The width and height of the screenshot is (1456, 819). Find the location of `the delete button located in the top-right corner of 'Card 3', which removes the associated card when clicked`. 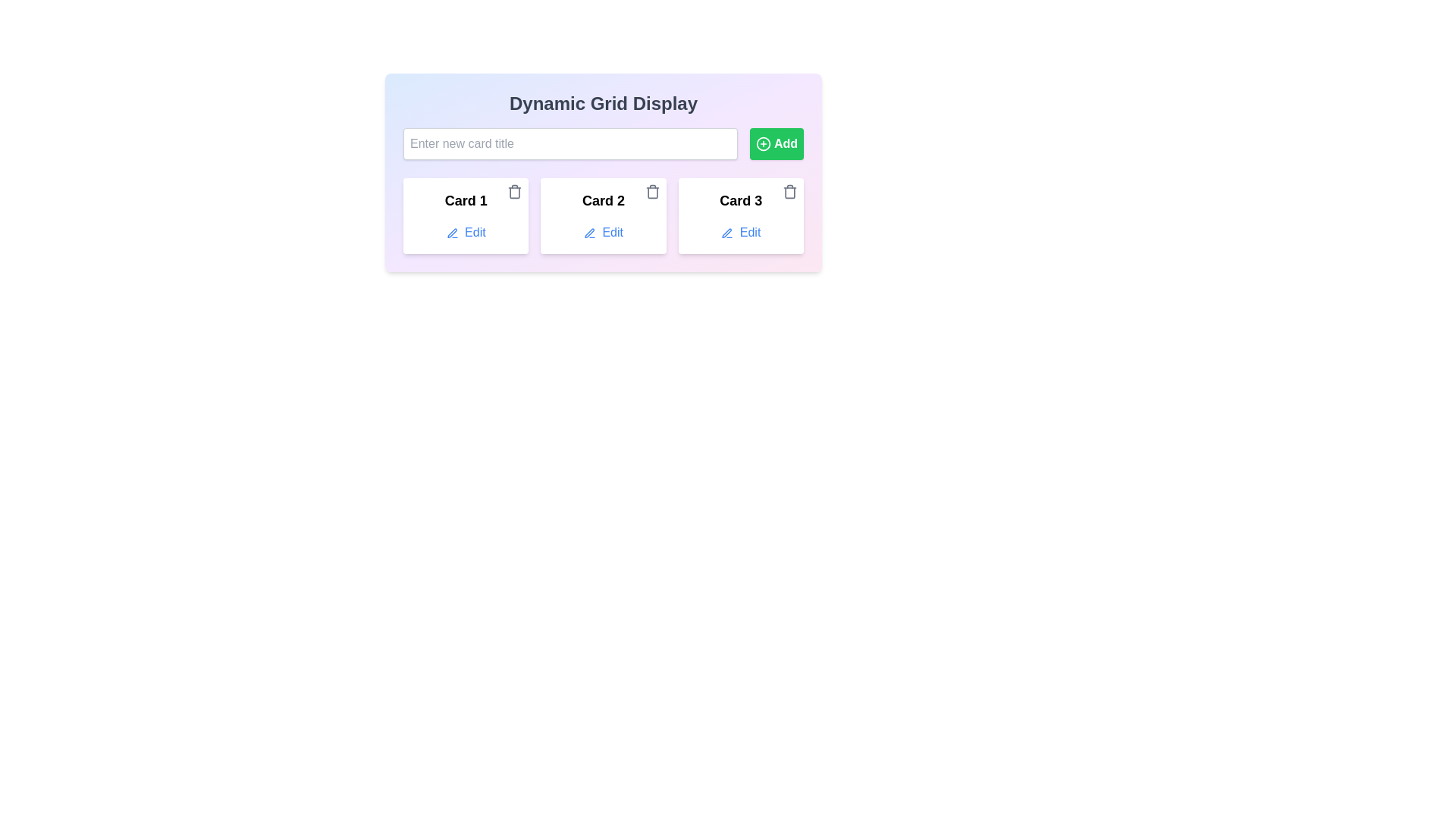

the delete button located in the top-right corner of 'Card 3', which removes the associated card when clicked is located at coordinates (789, 191).